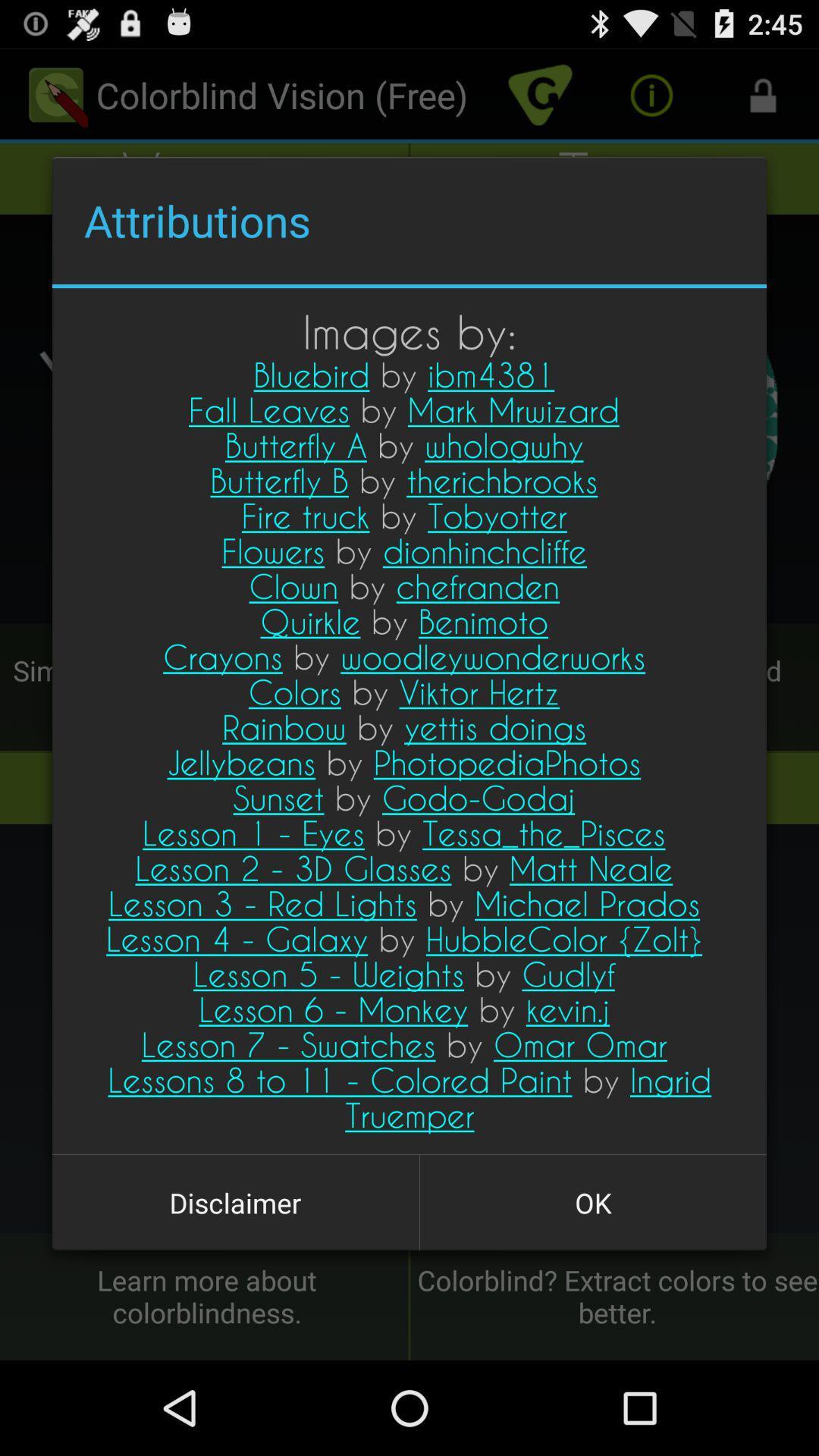  I want to click on the disclaimer button, so click(235, 1202).